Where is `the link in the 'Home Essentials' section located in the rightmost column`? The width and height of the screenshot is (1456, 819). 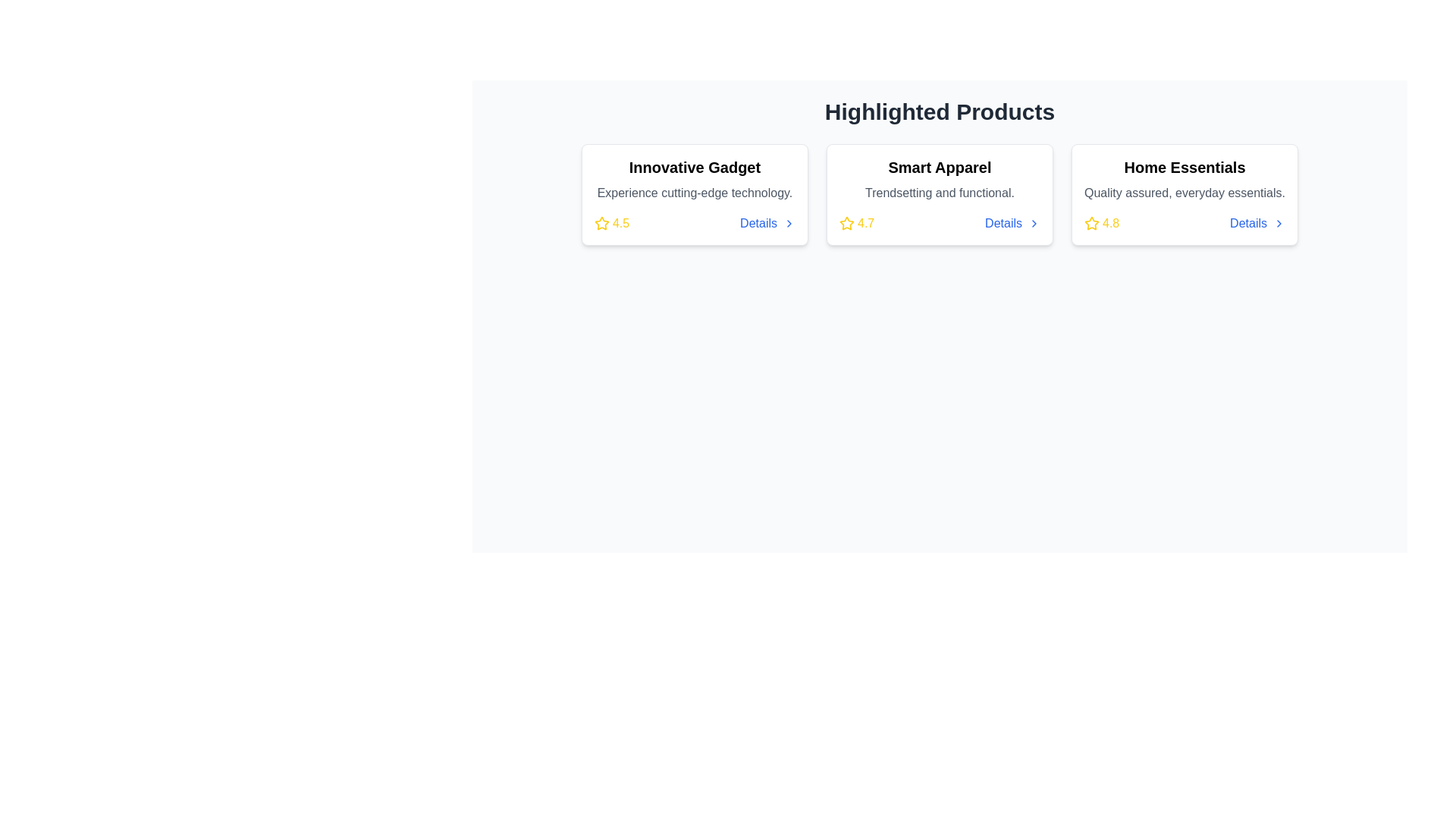
the link in the 'Home Essentials' section located in the rightmost column is located at coordinates (1257, 223).